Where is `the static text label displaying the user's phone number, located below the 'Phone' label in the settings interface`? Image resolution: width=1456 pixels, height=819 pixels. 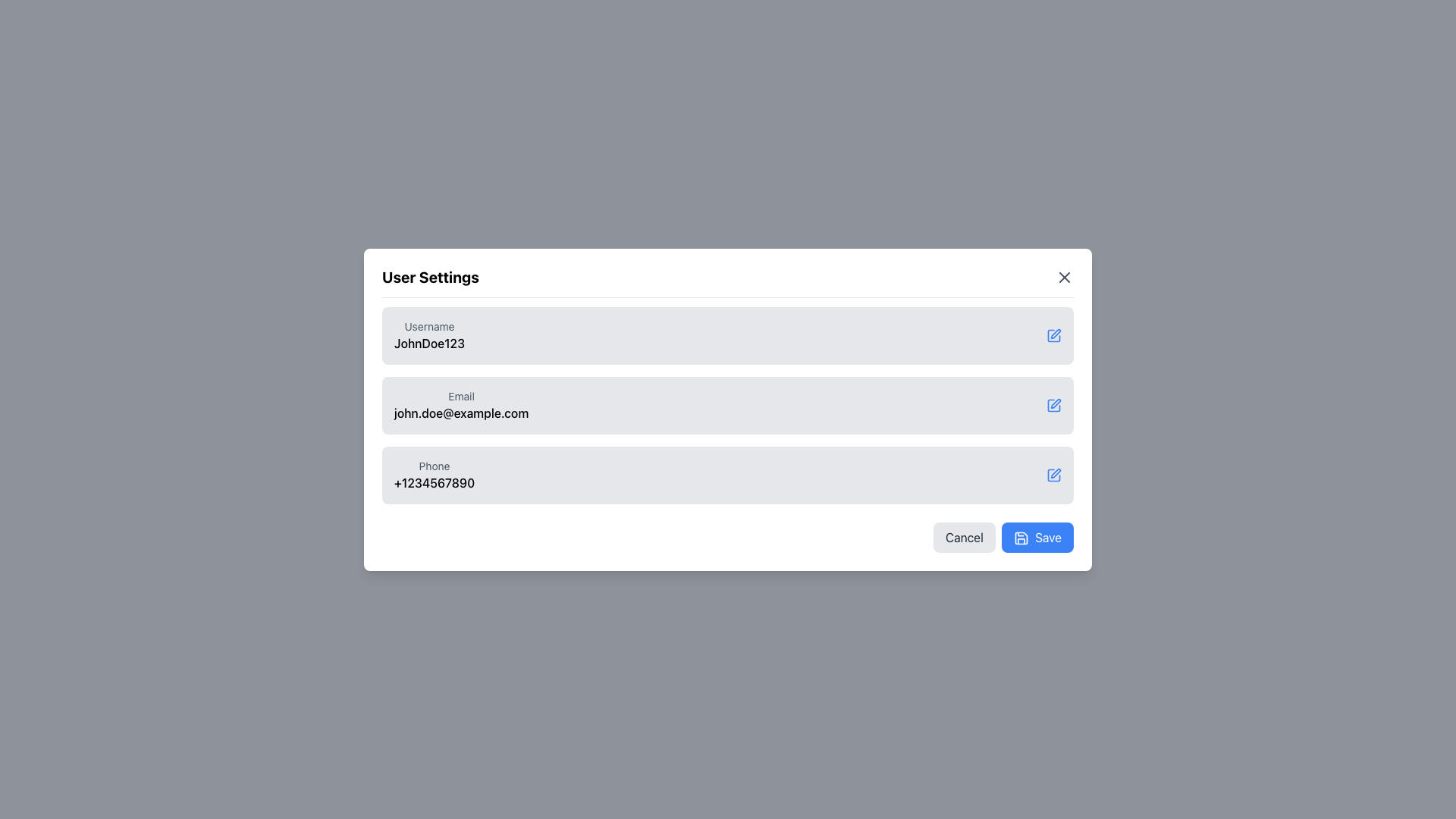 the static text label displaying the user's phone number, located below the 'Phone' label in the settings interface is located at coordinates (434, 482).